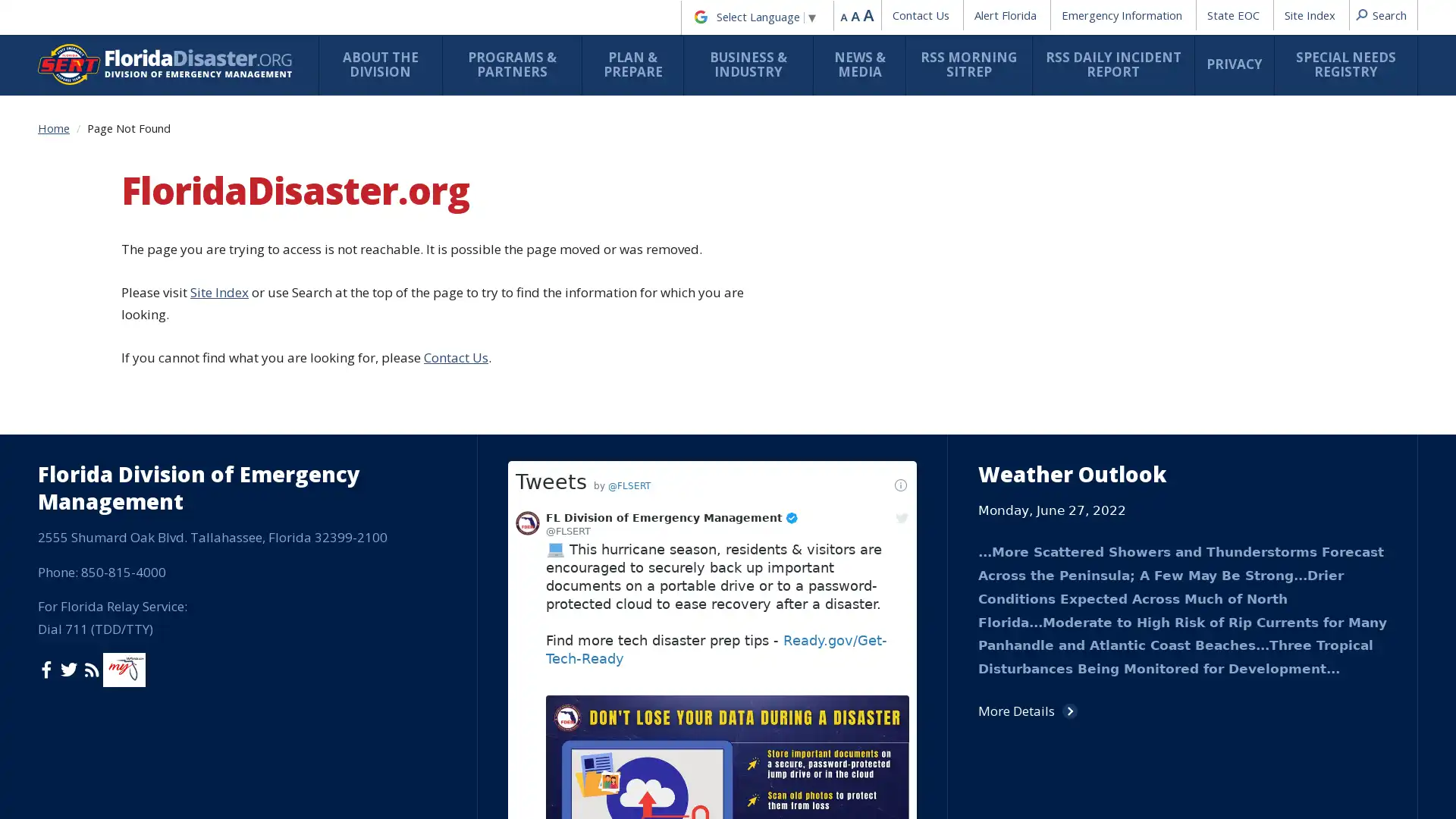  What do you see at coordinates (871, 347) in the screenshot?
I see `Toggle More` at bounding box center [871, 347].